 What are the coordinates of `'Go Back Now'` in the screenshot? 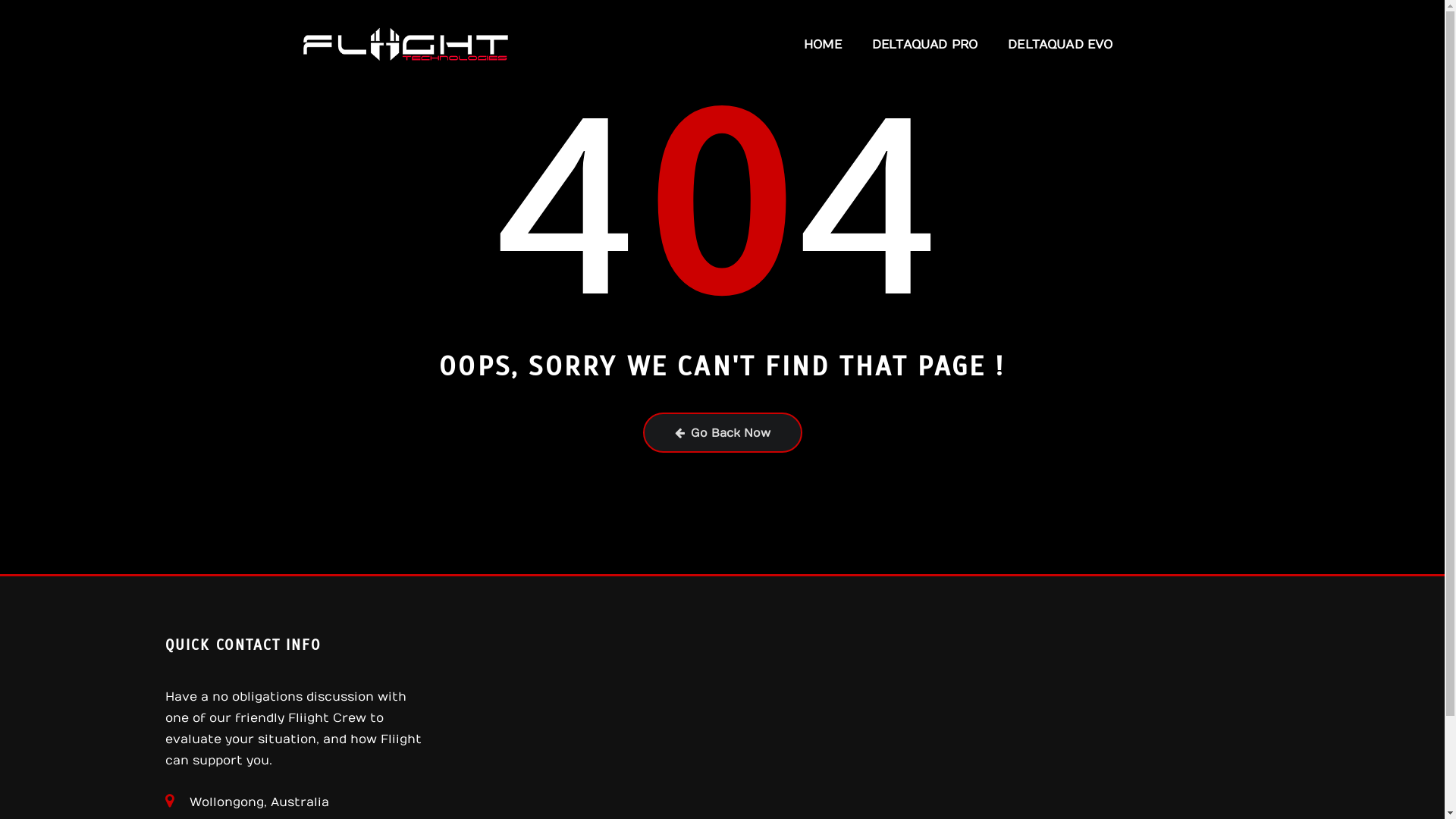 It's located at (643, 432).